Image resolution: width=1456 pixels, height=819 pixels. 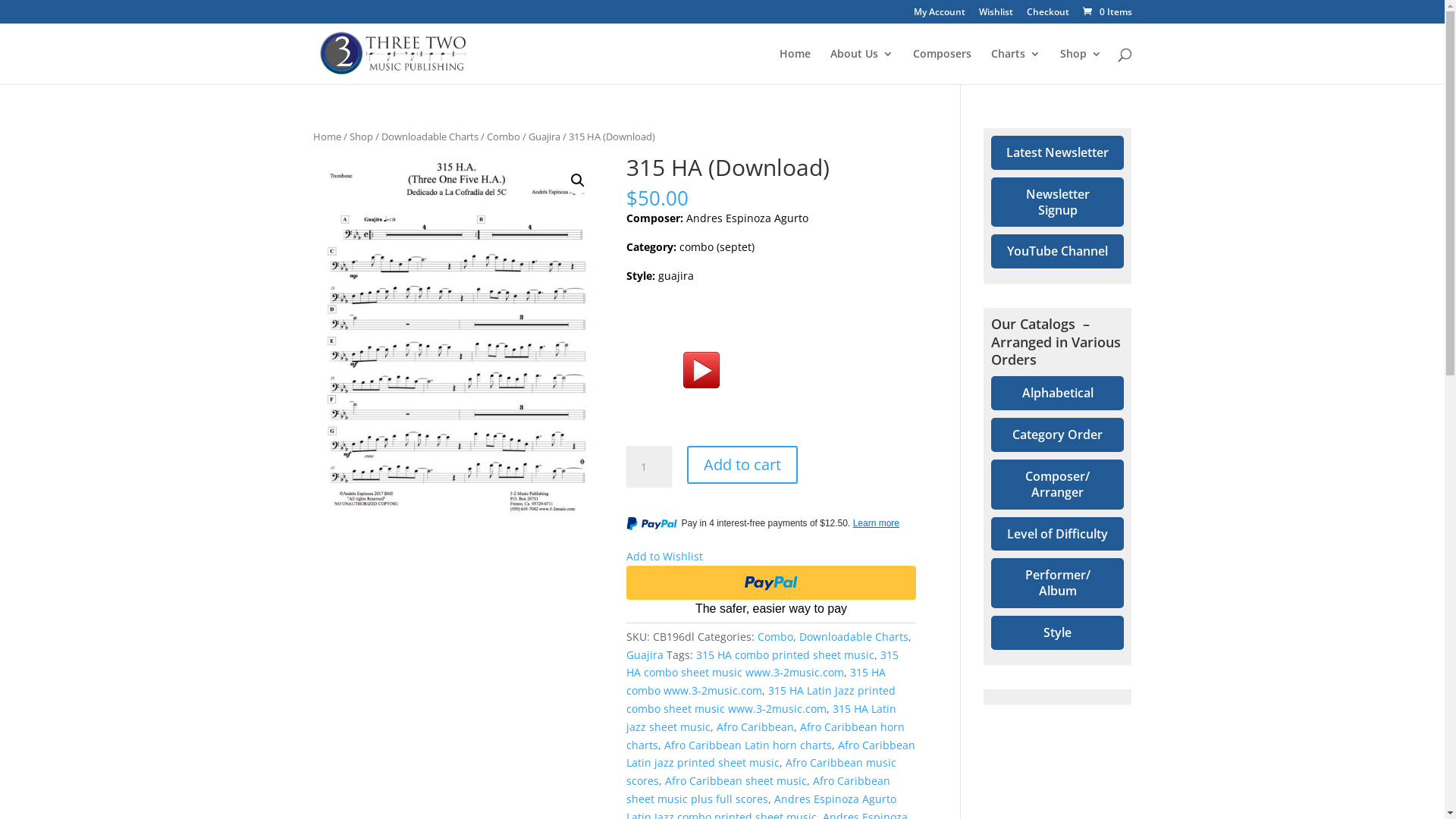 What do you see at coordinates (861, 65) in the screenshot?
I see `'About Us'` at bounding box center [861, 65].